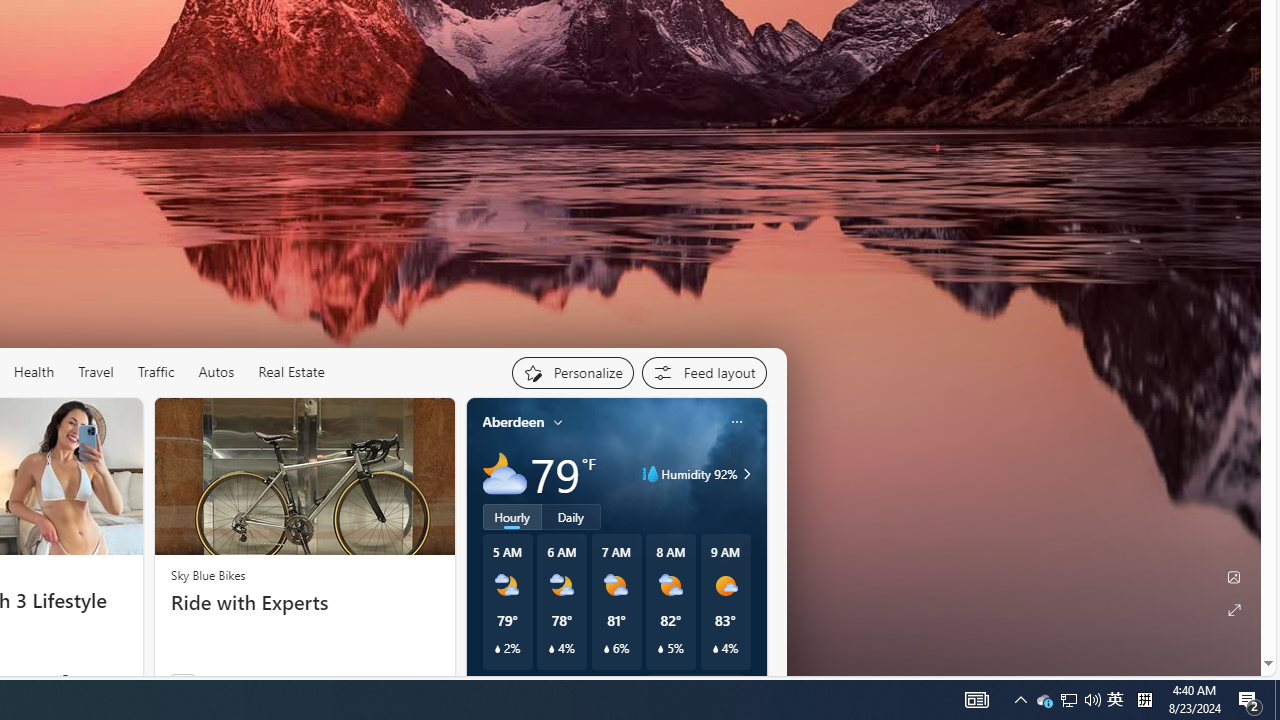 The width and height of the screenshot is (1280, 720). I want to click on 'Mostly cloudy', so click(504, 474).